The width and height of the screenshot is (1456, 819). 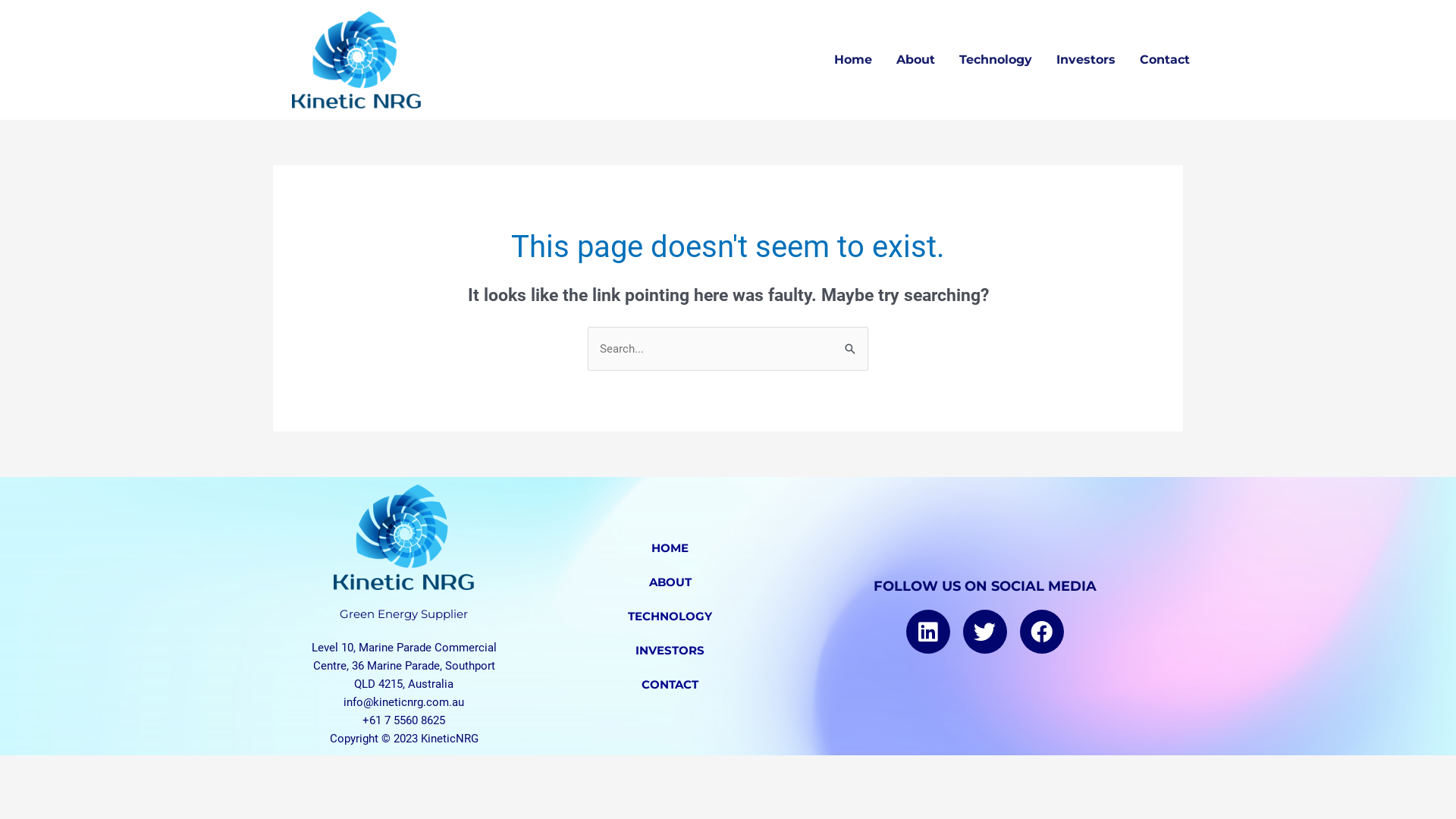 I want to click on 'Technology', so click(x=996, y=58).